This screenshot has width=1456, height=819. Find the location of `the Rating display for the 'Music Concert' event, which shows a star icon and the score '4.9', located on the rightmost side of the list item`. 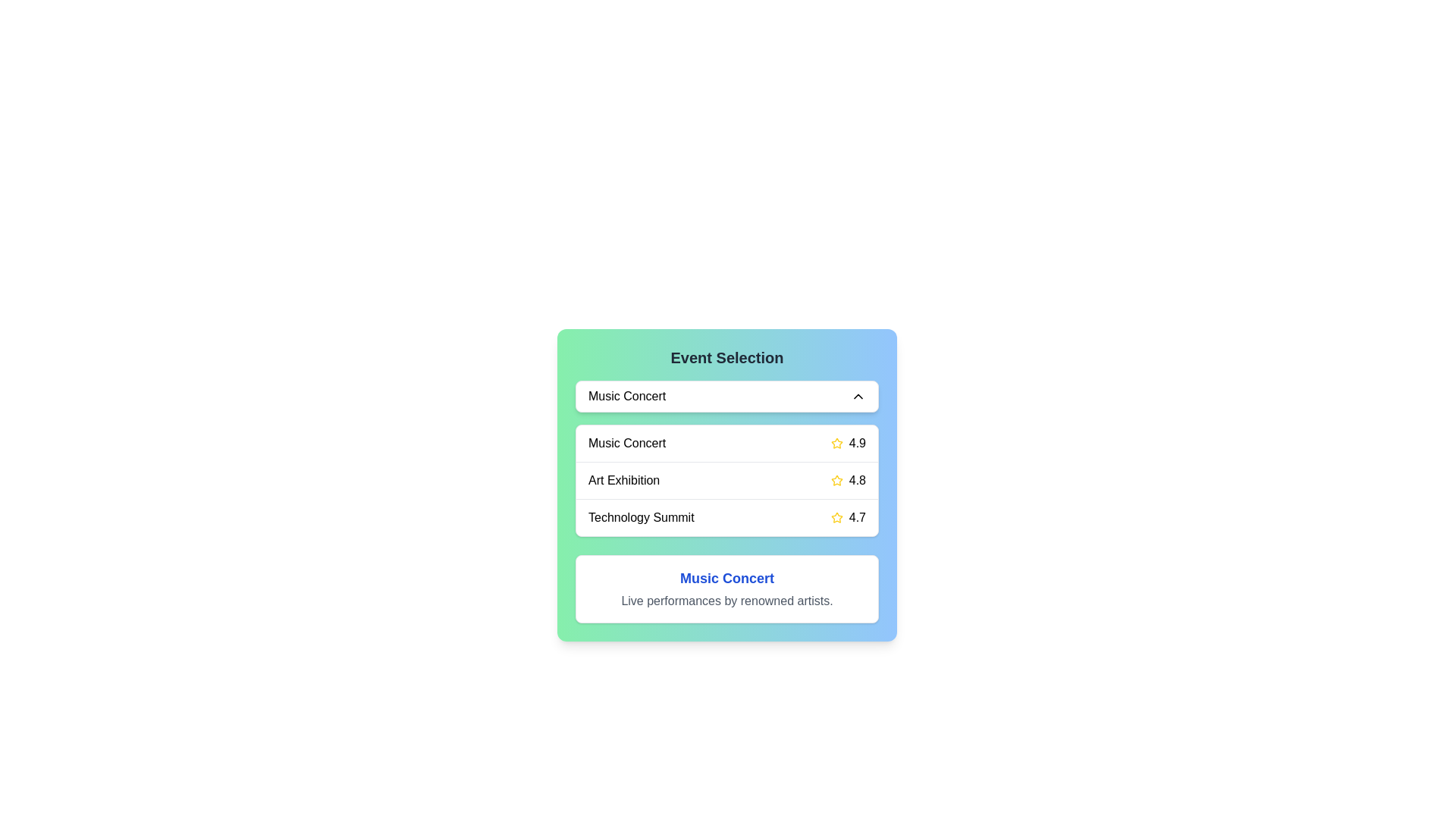

the Rating display for the 'Music Concert' event, which shows a star icon and the score '4.9', located on the rightmost side of the list item is located at coordinates (847, 444).